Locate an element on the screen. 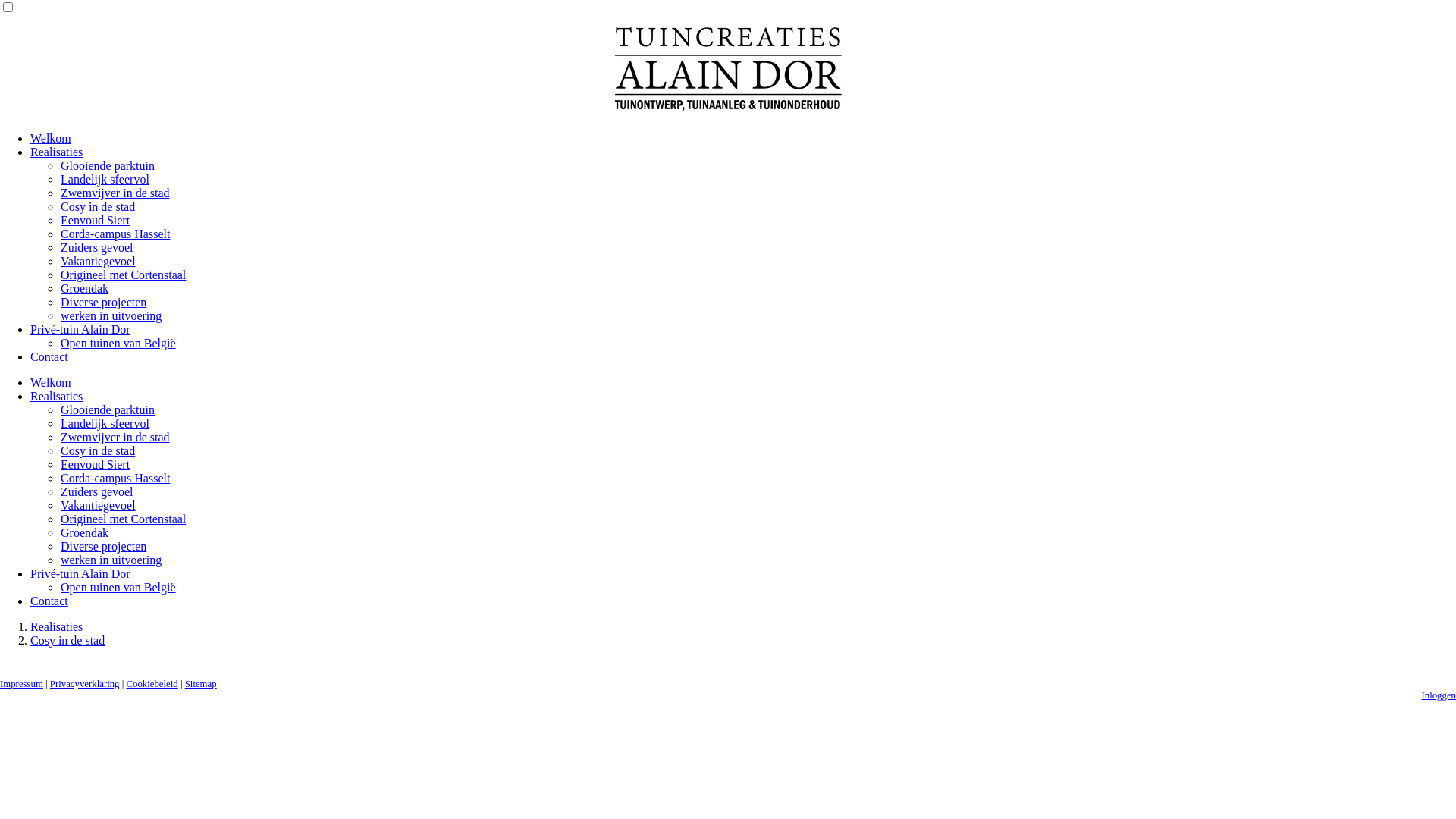 This screenshot has height=819, width=1456. 'Realisaties' is located at coordinates (56, 395).